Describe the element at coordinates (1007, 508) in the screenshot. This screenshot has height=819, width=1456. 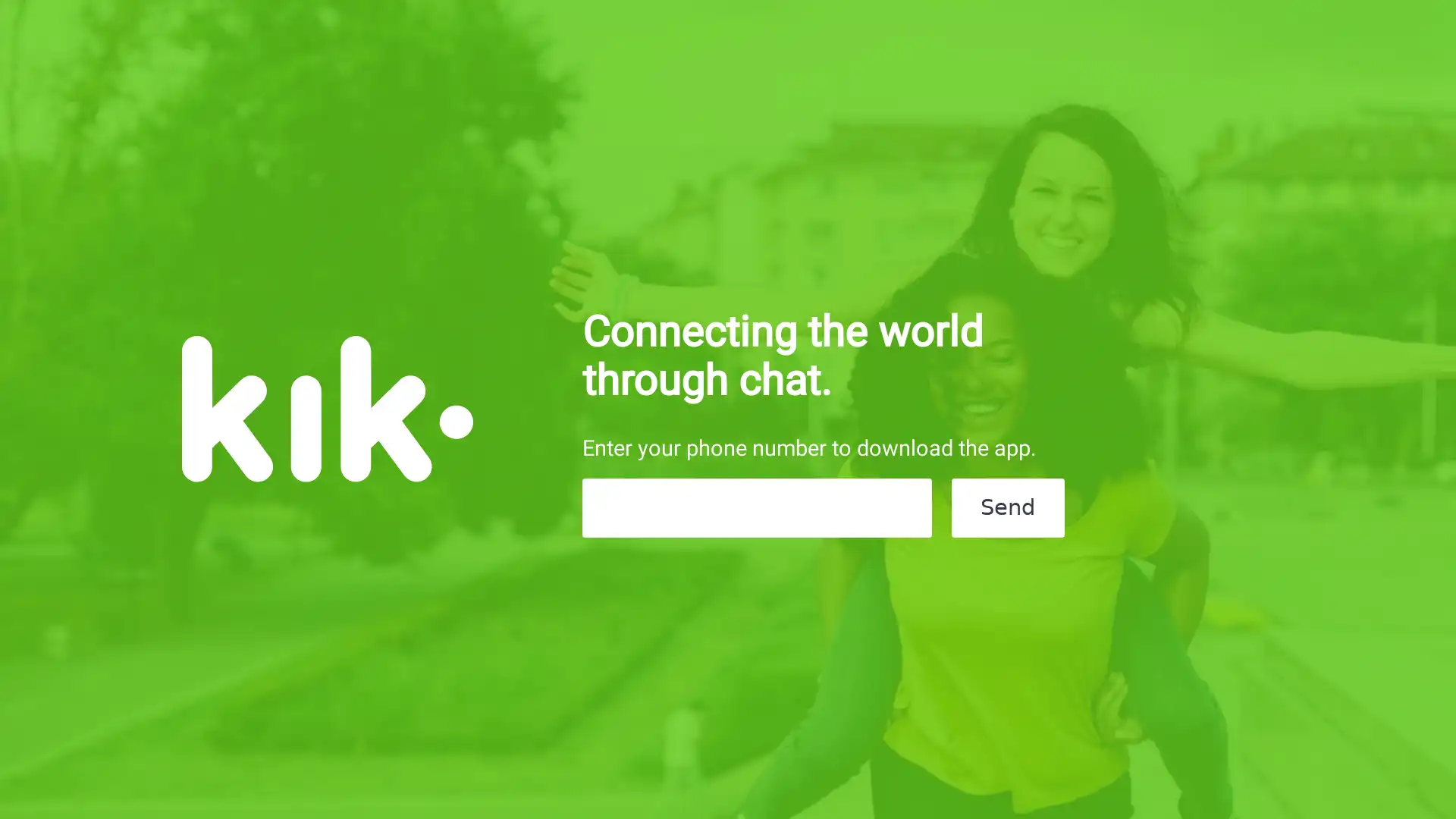
I see `Send` at that location.